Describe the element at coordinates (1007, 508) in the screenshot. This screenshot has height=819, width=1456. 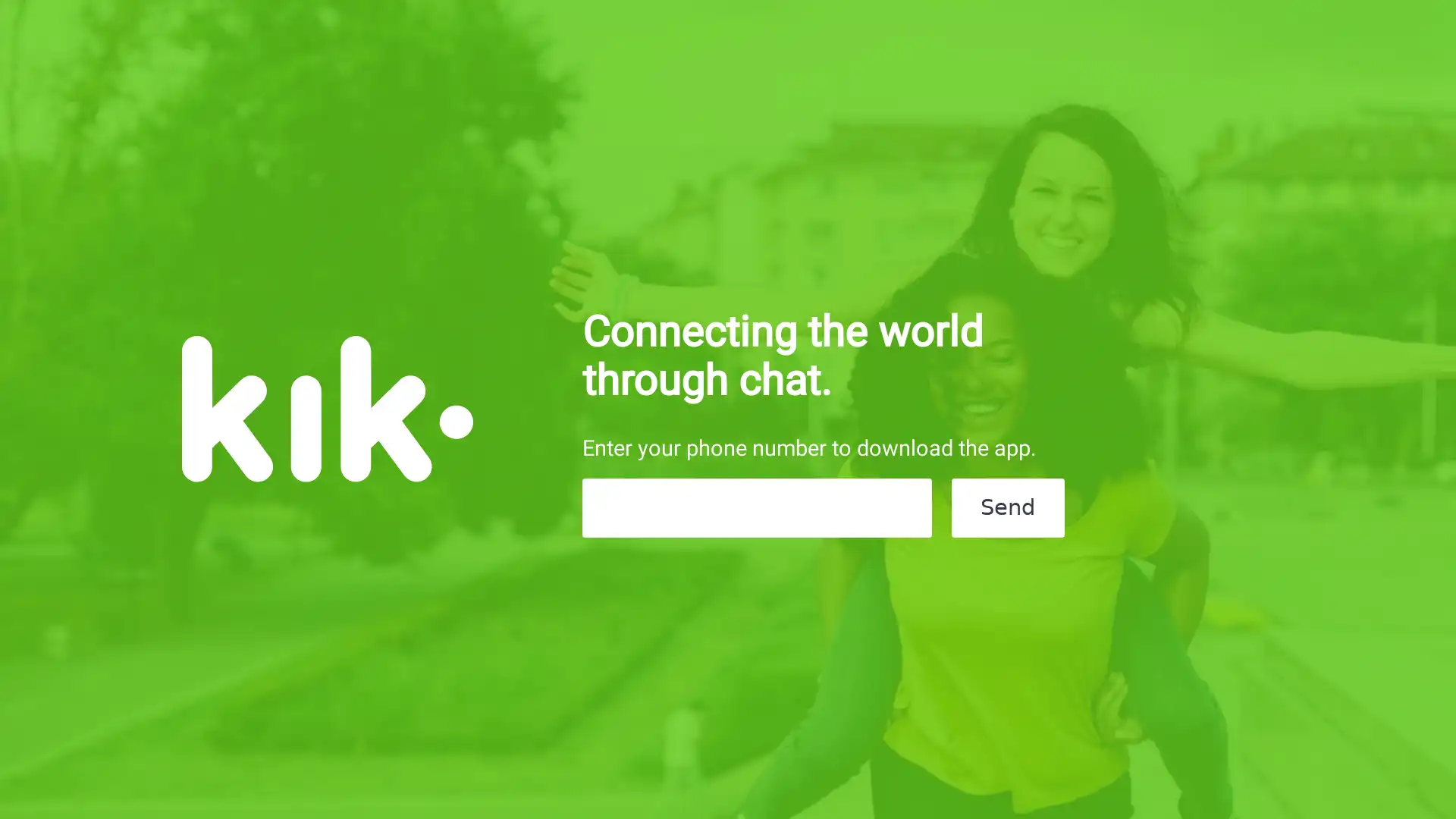
I see `Send` at that location.